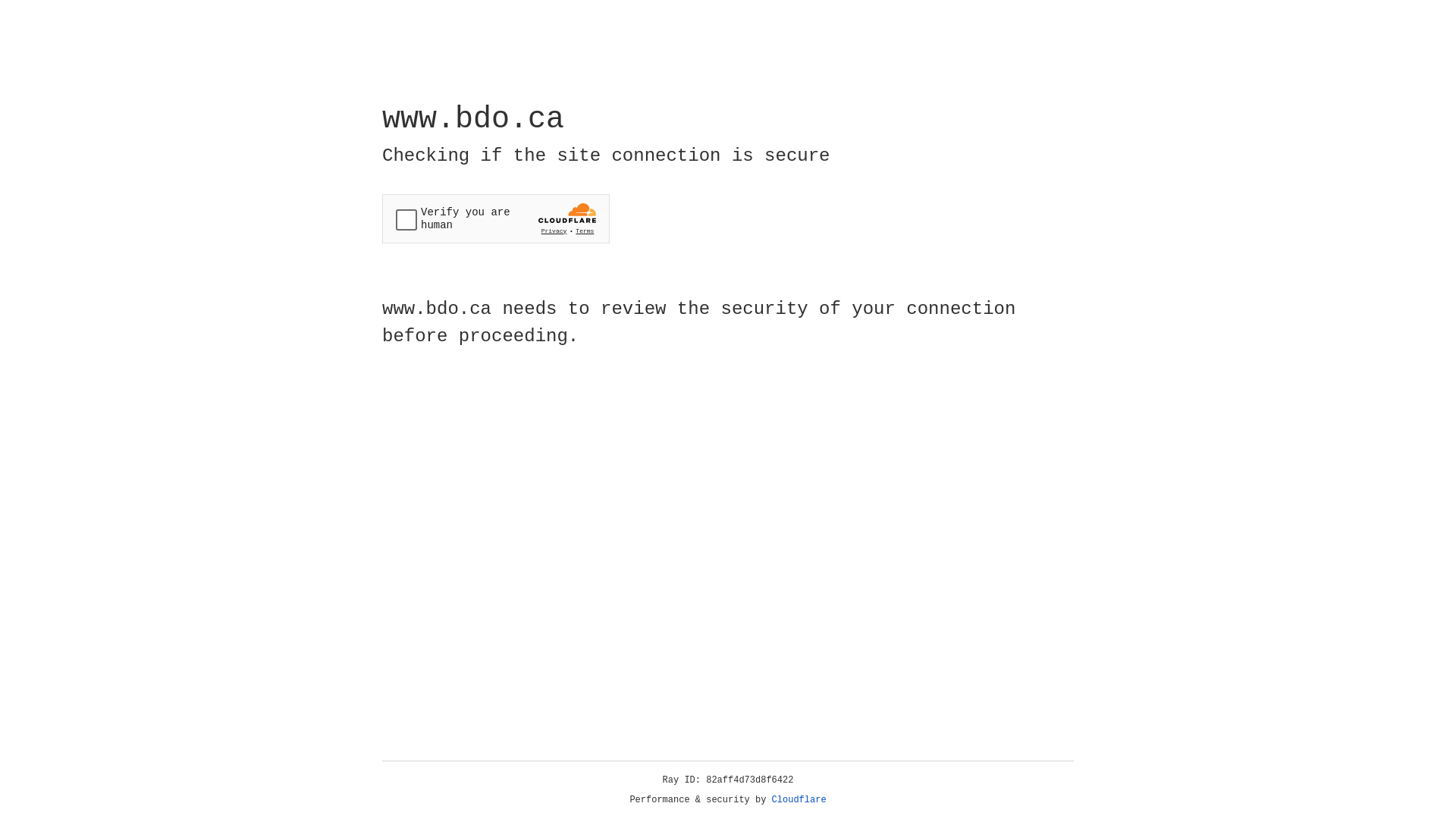 The width and height of the screenshot is (1456, 819). I want to click on 'Widget containing a Cloudflare security challenge', so click(495, 218).